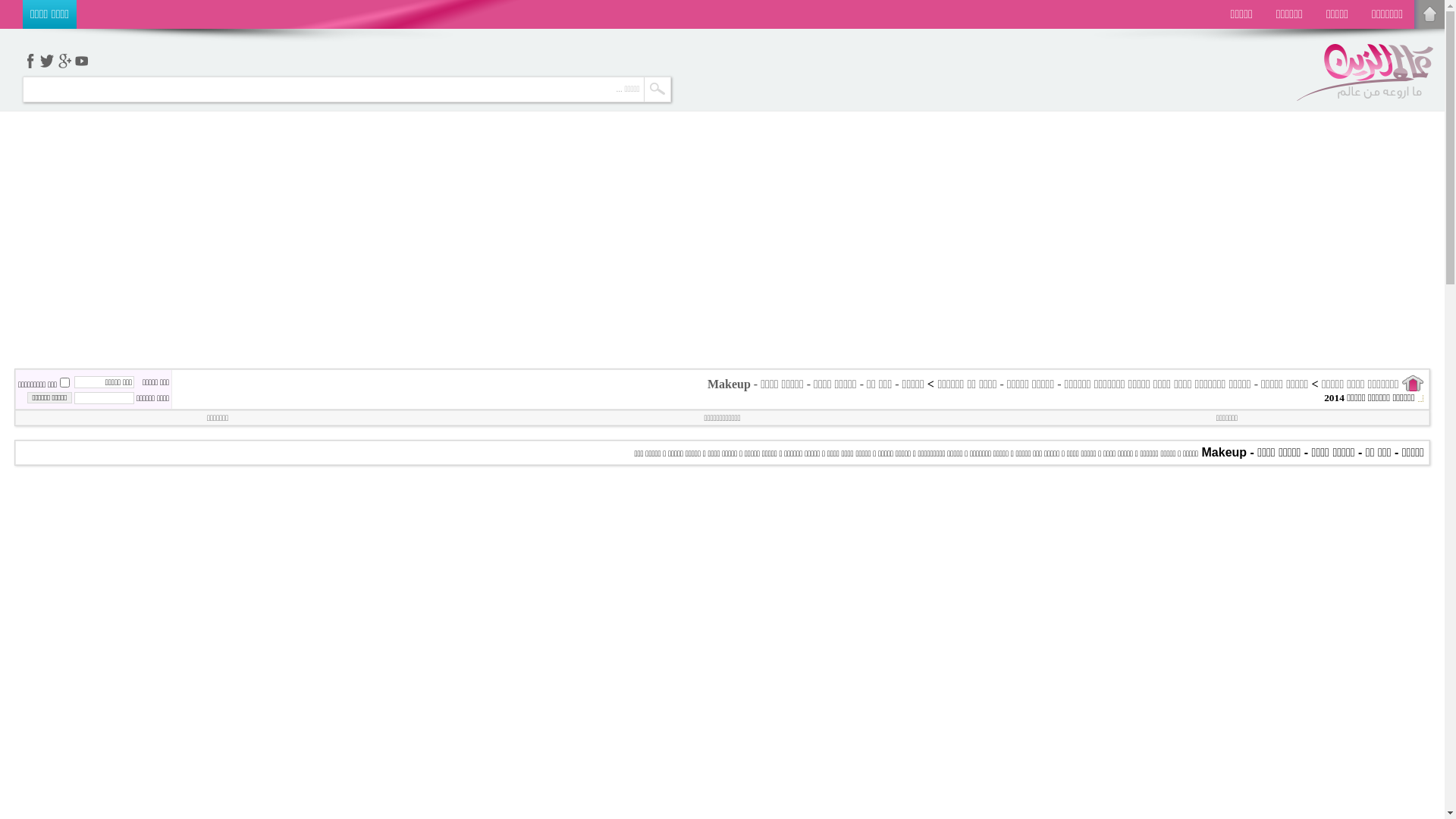 This screenshot has height=819, width=1456. What do you see at coordinates (62, 61) in the screenshot?
I see `'google+'` at bounding box center [62, 61].